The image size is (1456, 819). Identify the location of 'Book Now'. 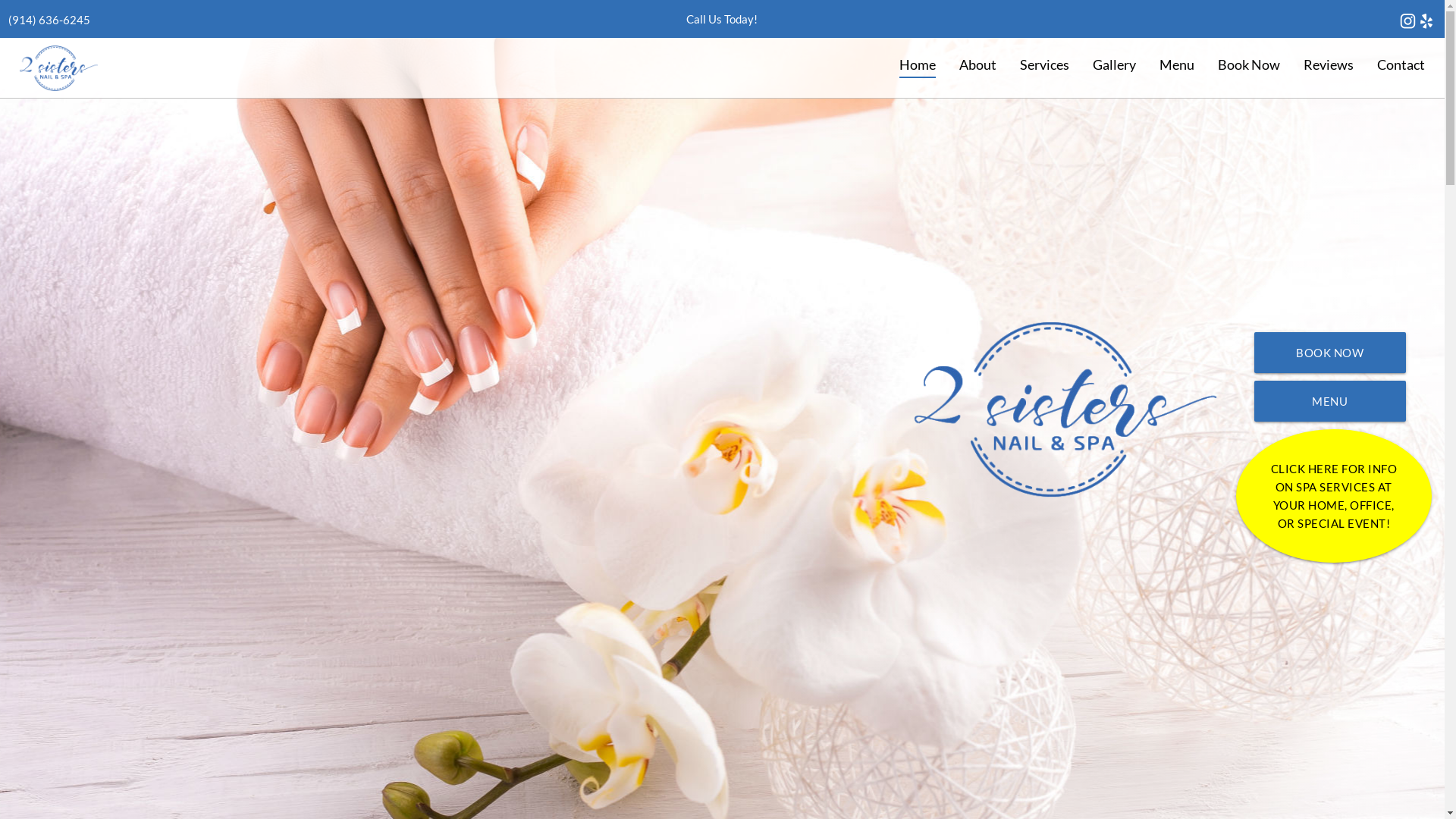
(1248, 64).